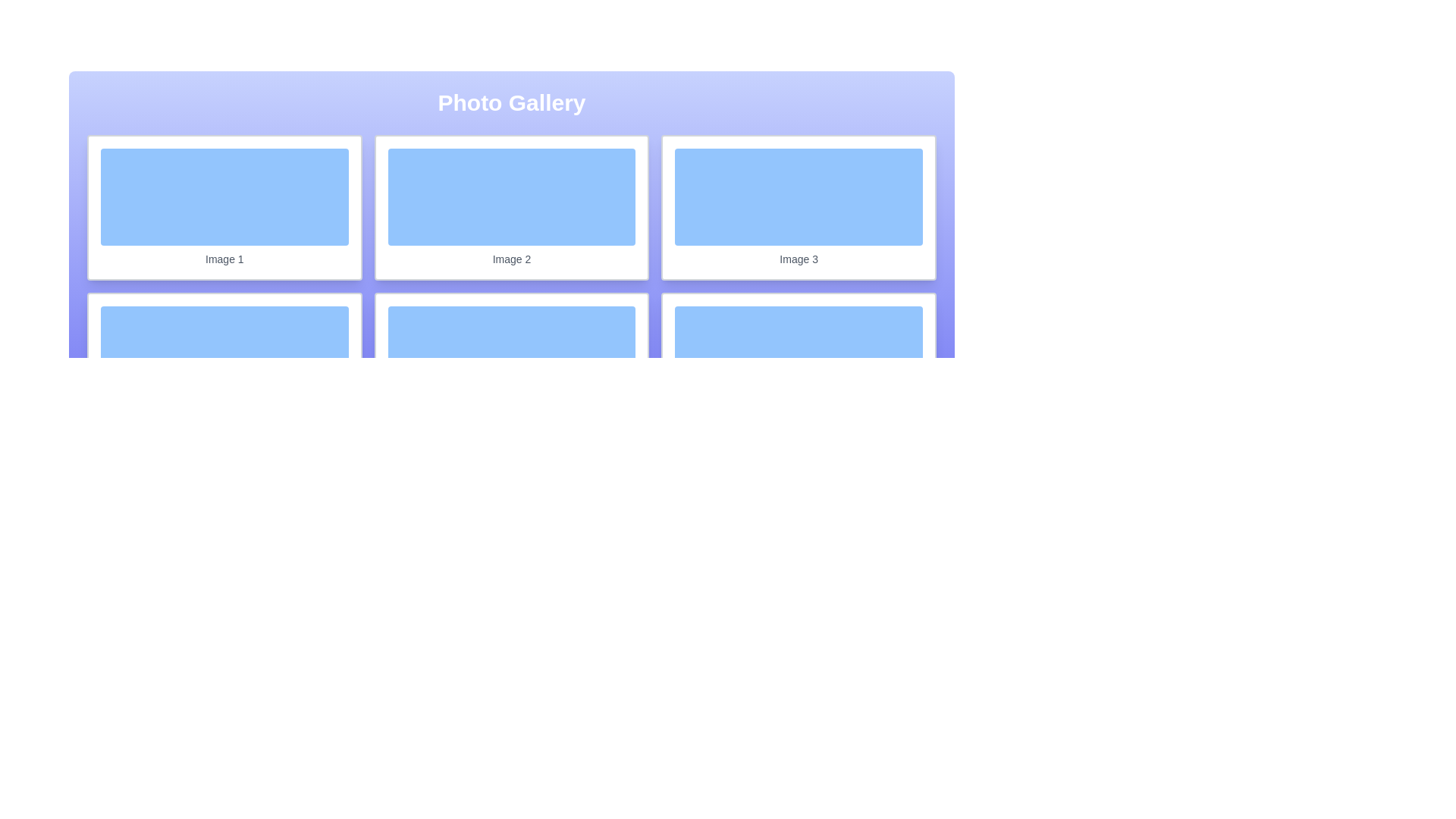 The width and height of the screenshot is (1456, 819). I want to click on text from the label located at the bottom section of the first photo card in the photo gallery, so click(224, 259).